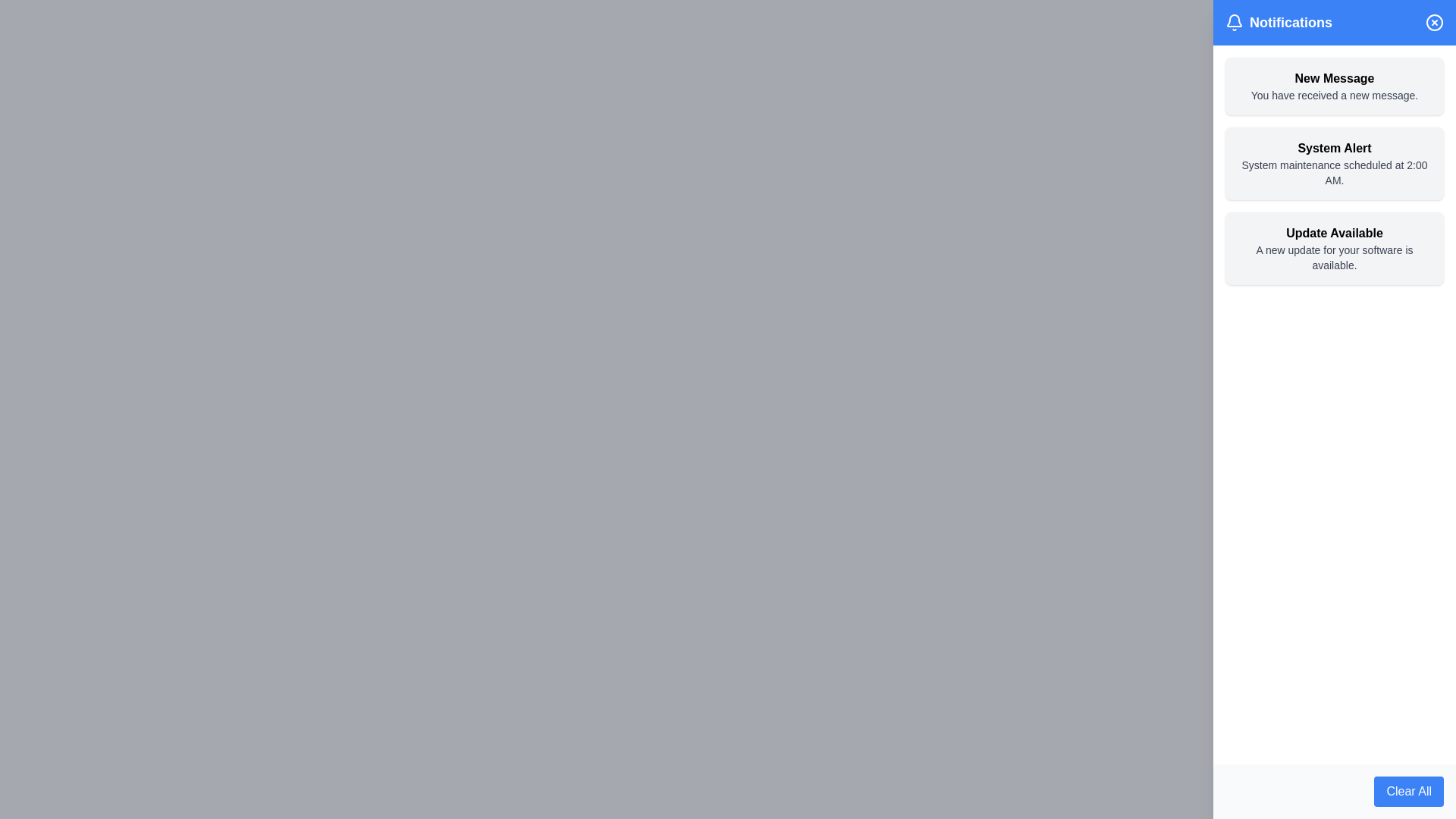 Image resolution: width=1456 pixels, height=819 pixels. Describe the element at coordinates (1335, 149) in the screenshot. I see `the Text label that serves as the title for the notification, which is centrally located within the notification card displaying the 'System Alert' title` at that location.